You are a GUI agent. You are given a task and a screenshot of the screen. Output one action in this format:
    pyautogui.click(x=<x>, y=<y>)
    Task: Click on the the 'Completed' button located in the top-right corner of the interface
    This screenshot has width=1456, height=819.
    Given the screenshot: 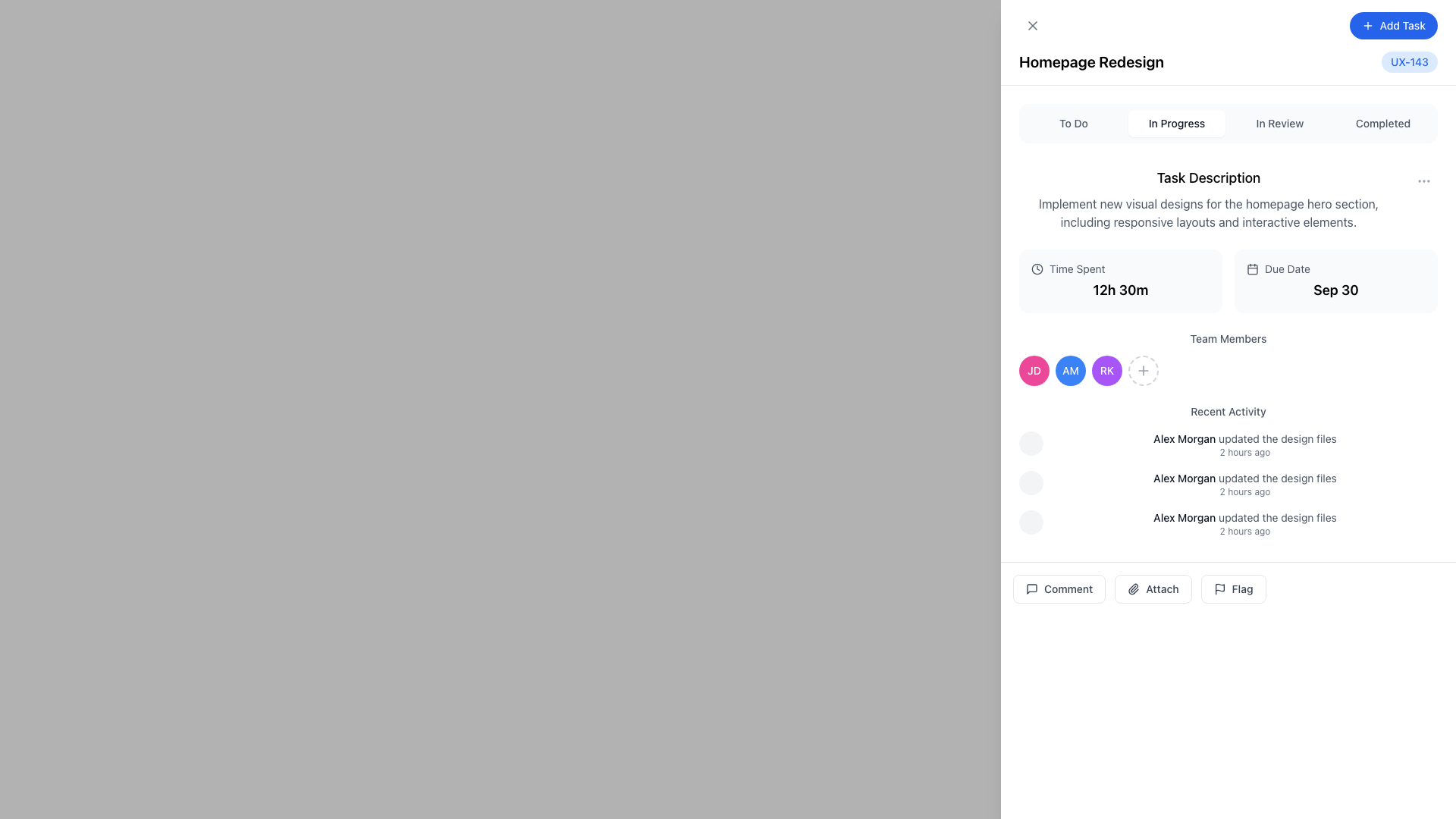 What is the action you would take?
    pyautogui.click(x=1383, y=122)
    